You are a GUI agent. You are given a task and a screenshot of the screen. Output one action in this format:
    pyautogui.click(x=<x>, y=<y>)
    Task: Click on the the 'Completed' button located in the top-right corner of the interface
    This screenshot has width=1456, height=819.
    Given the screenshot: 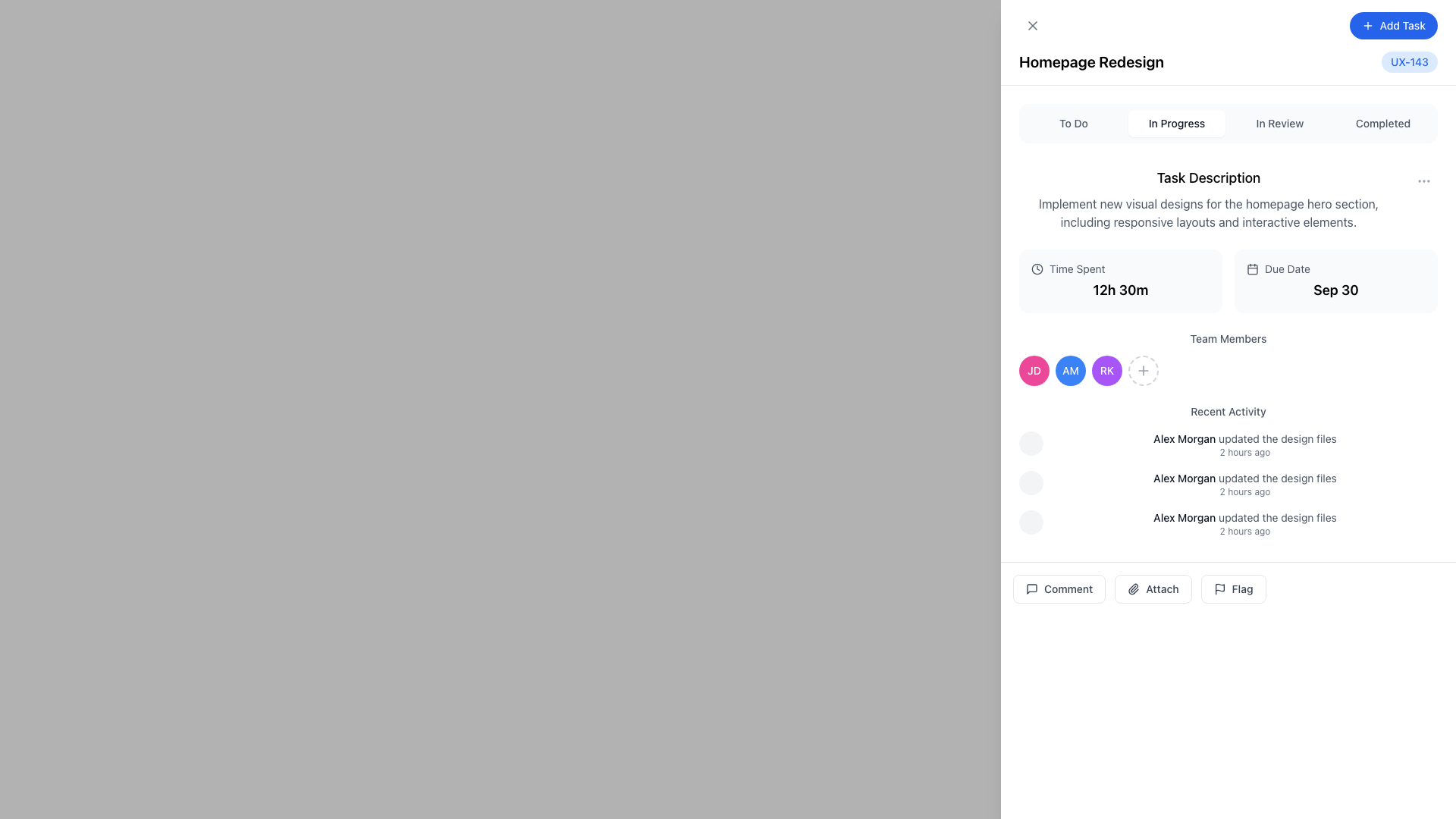 What is the action you would take?
    pyautogui.click(x=1383, y=122)
    